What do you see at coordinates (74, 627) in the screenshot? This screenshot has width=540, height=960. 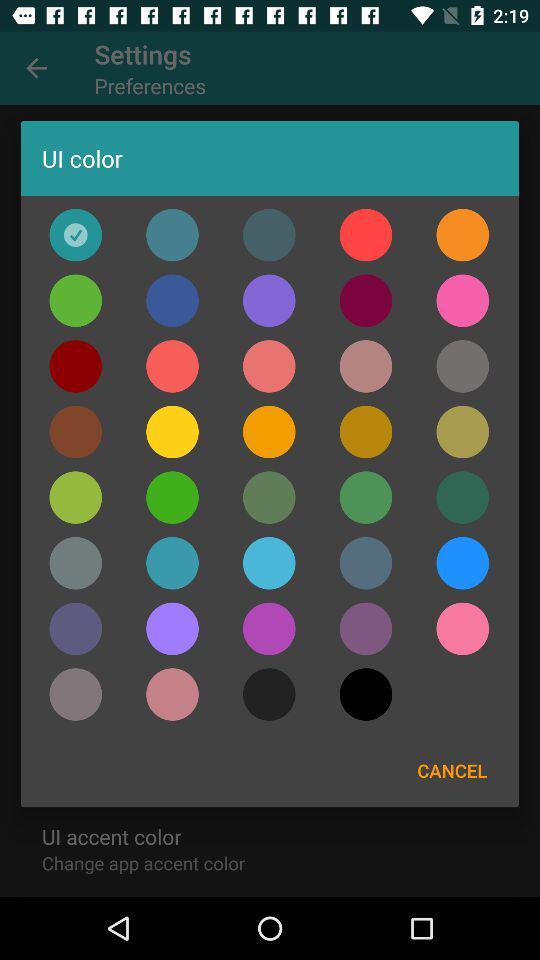 I see `choose color option` at bounding box center [74, 627].